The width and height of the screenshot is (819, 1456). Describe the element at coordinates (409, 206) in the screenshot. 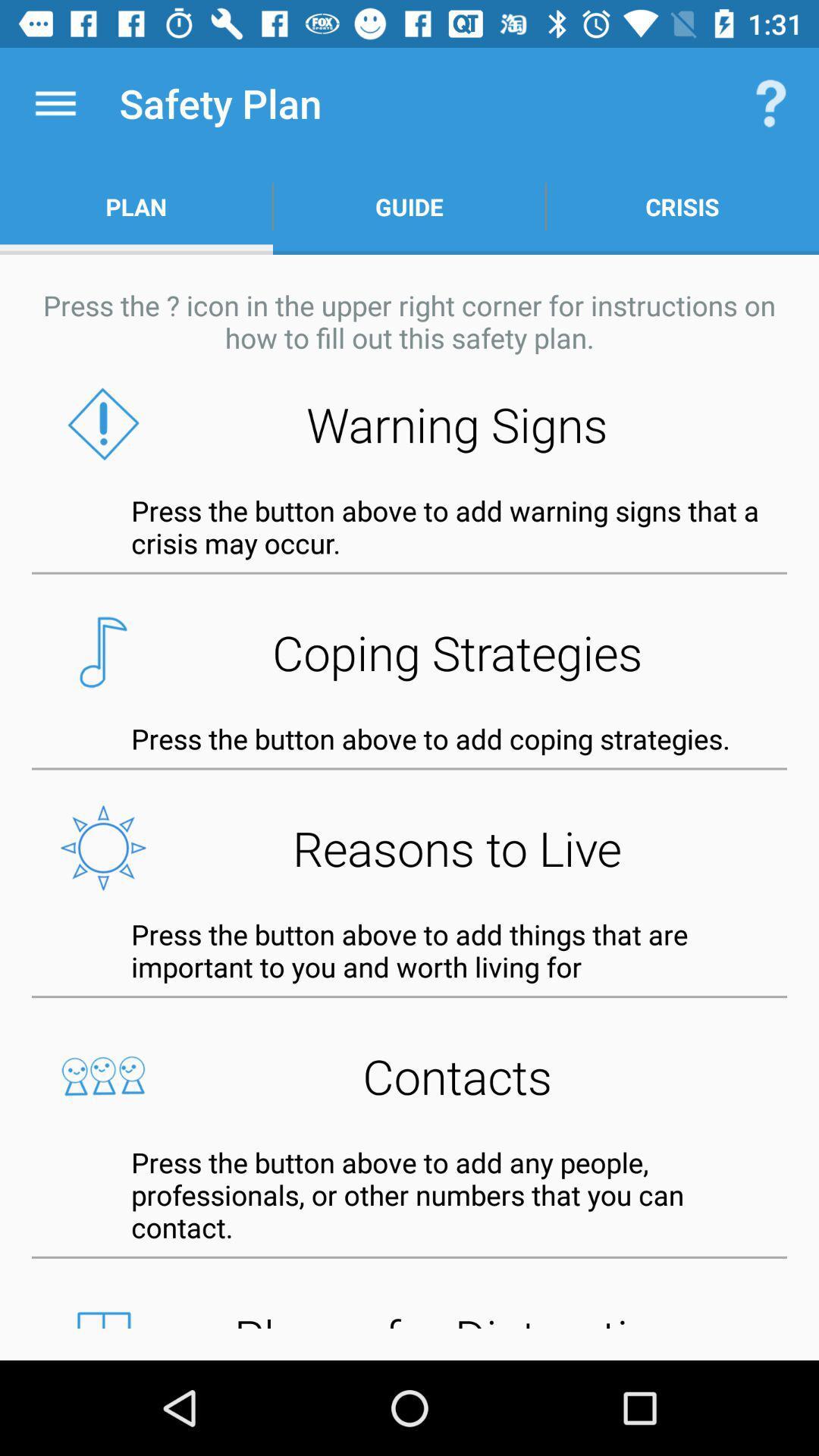

I see `the icon to the right of plan app` at that location.